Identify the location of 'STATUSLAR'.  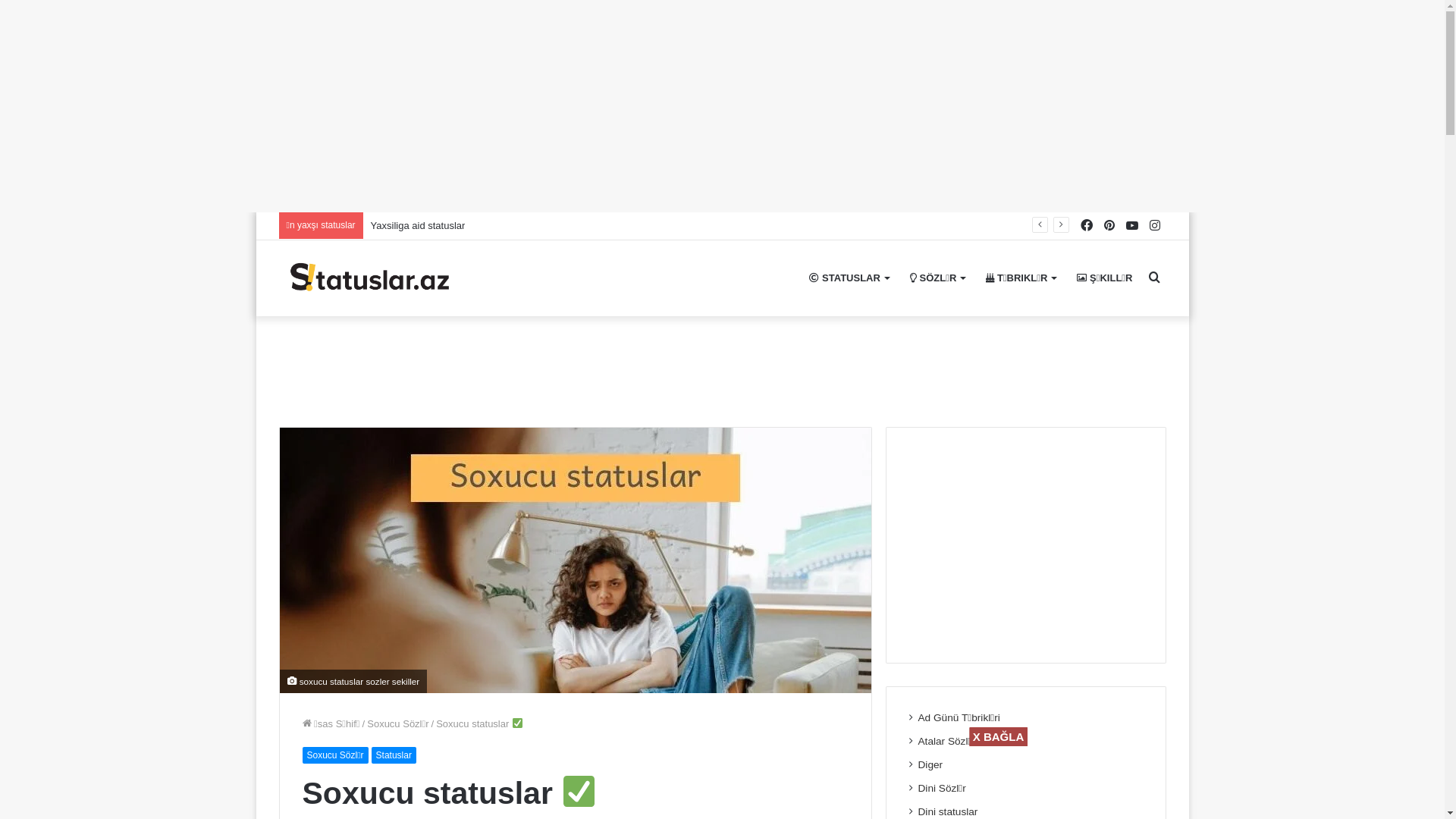
(847, 278).